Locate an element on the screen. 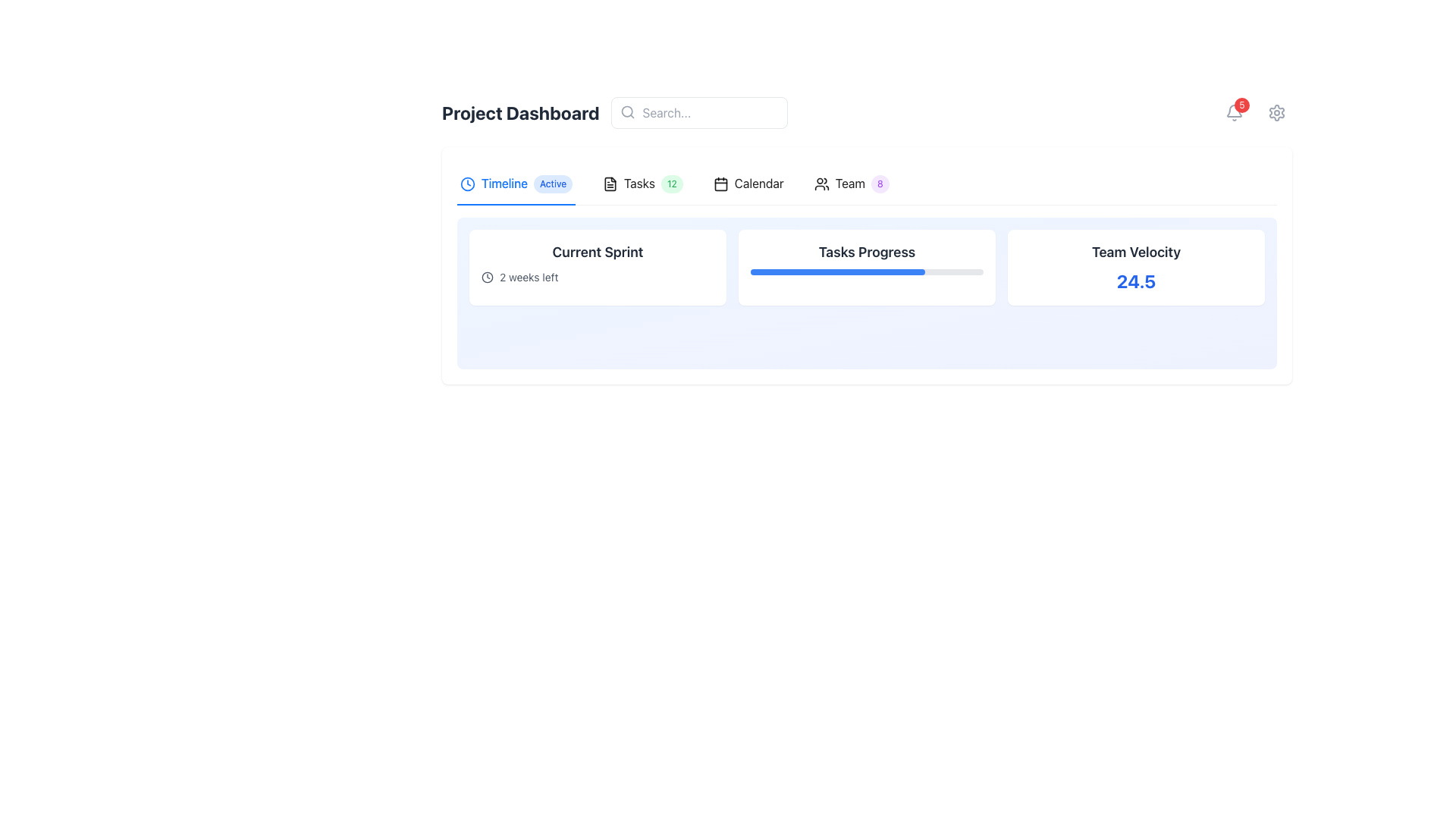 Image resolution: width=1456 pixels, height=819 pixels. the 'Tasks' tab in the navigation bar, which features a green circular badge with the number '12' and a document icon is located at coordinates (642, 183).